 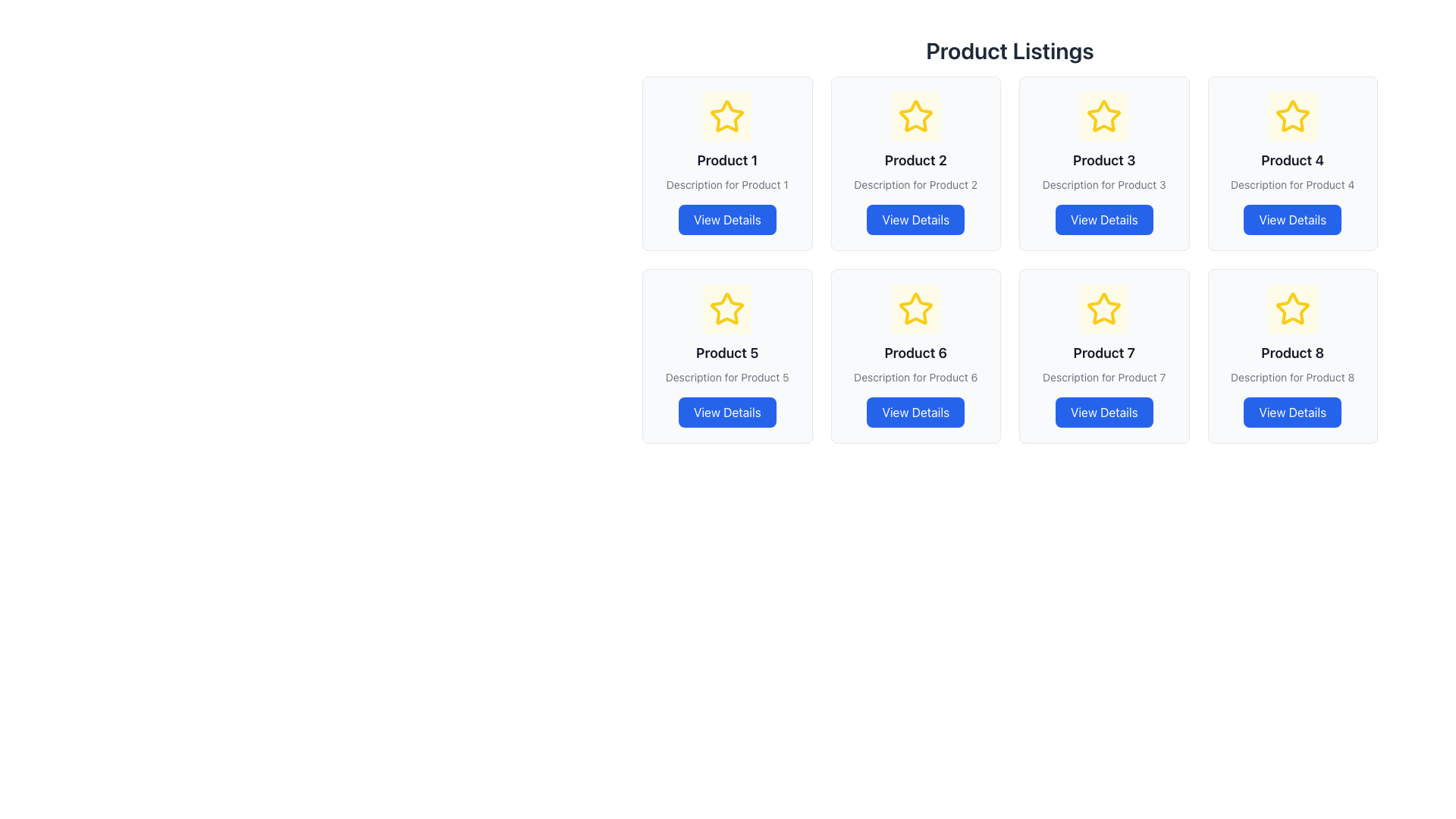 What do you see at coordinates (915, 161) in the screenshot?
I see `text element that names the product as 'Product 2', which is the second text element in the card layout` at bounding box center [915, 161].